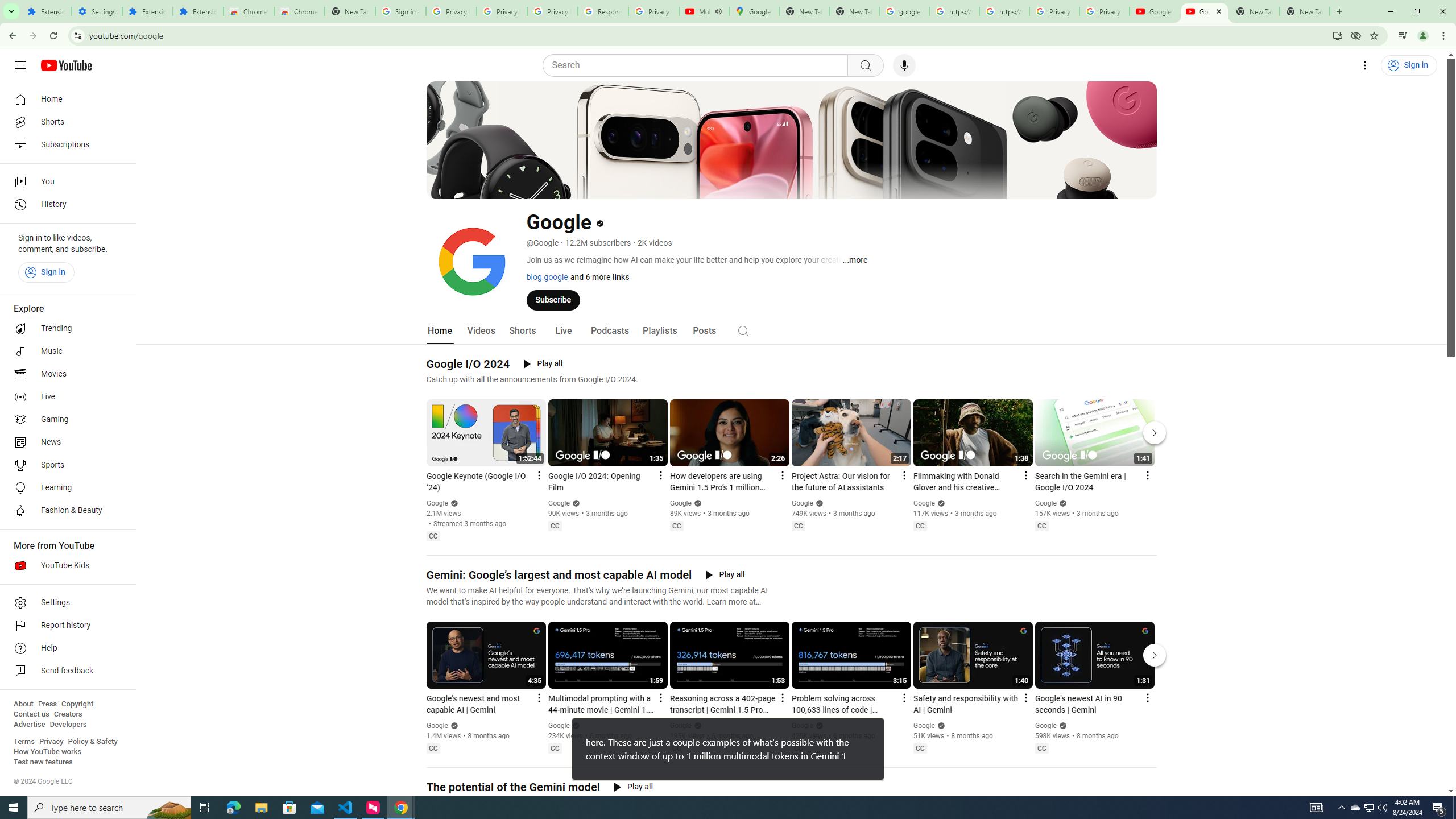  What do you see at coordinates (717, 11) in the screenshot?
I see `'Mute tab'` at bounding box center [717, 11].